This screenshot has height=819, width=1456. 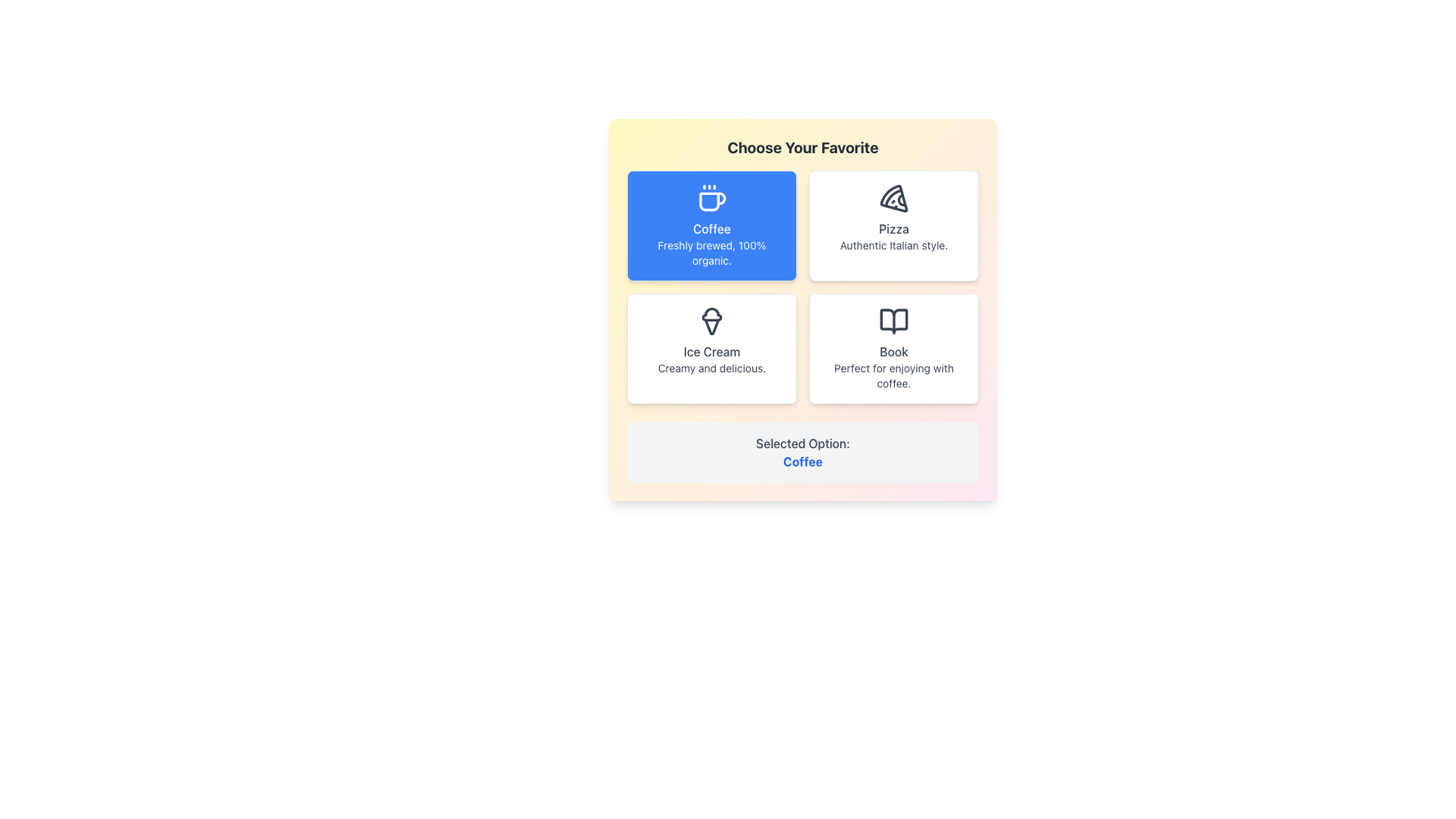 I want to click on the Interactive Card representing Pizza, so click(x=894, y=225).